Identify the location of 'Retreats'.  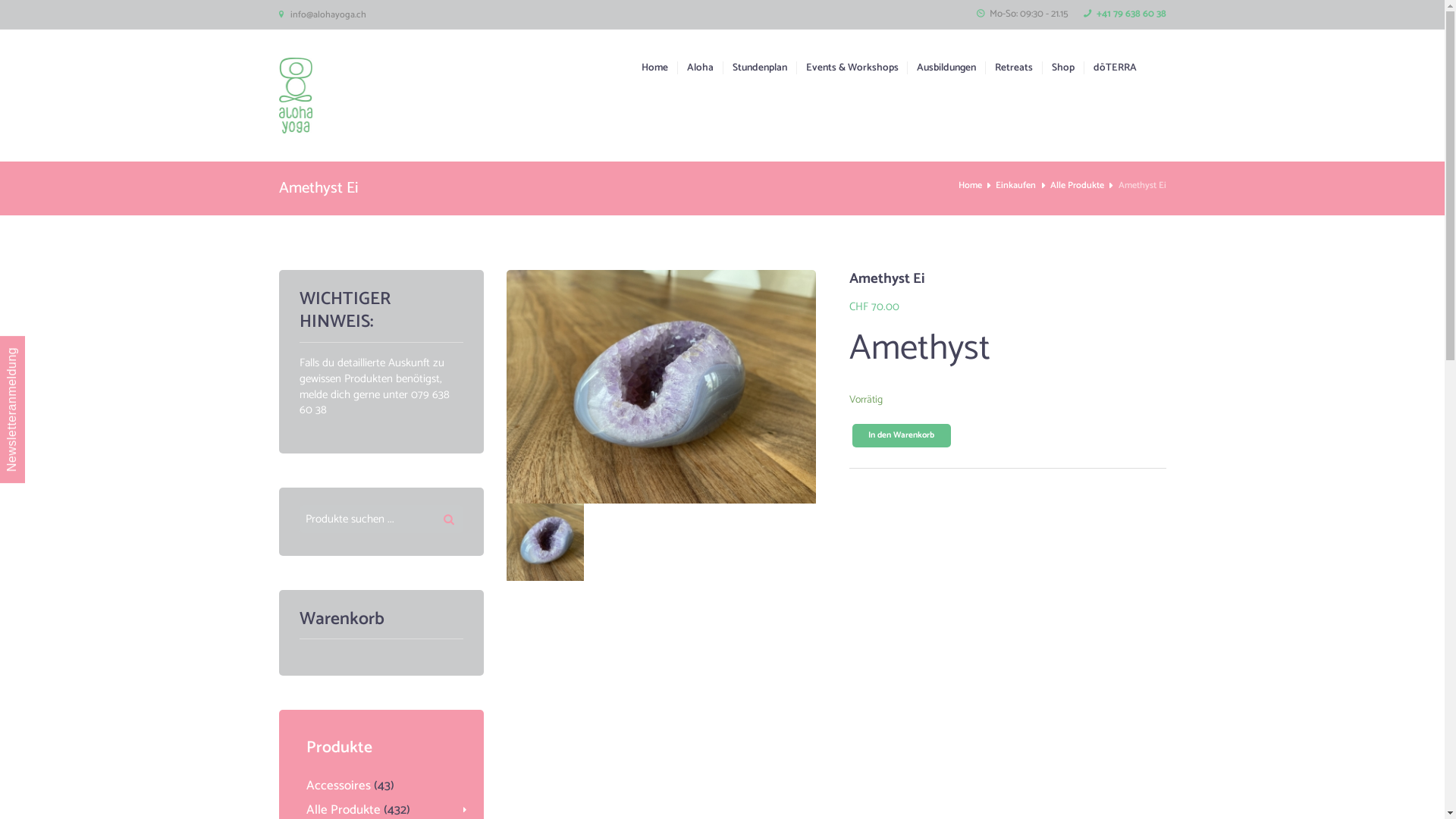
(1009, 67).